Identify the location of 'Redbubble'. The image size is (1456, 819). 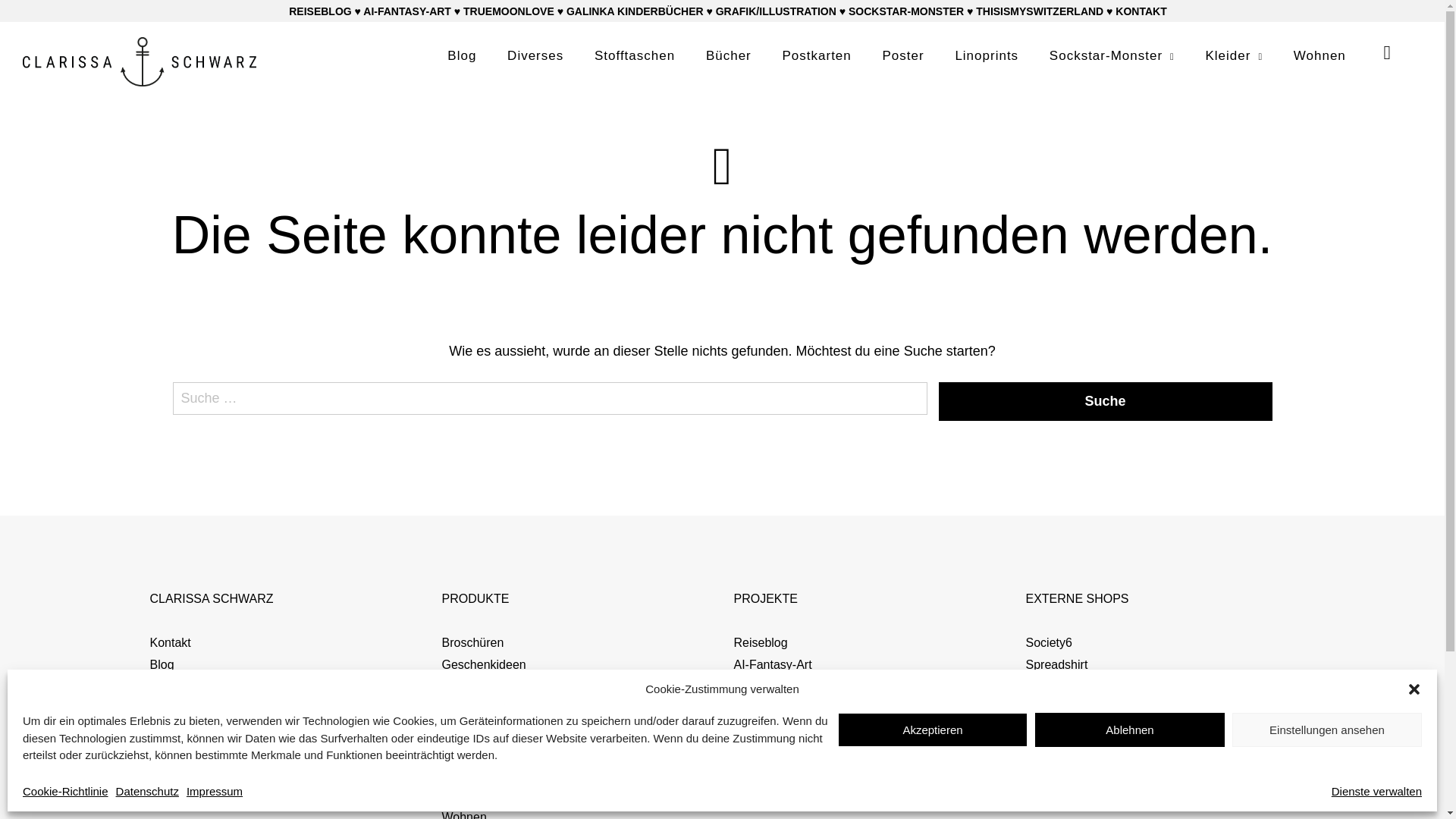
(1053, 686).